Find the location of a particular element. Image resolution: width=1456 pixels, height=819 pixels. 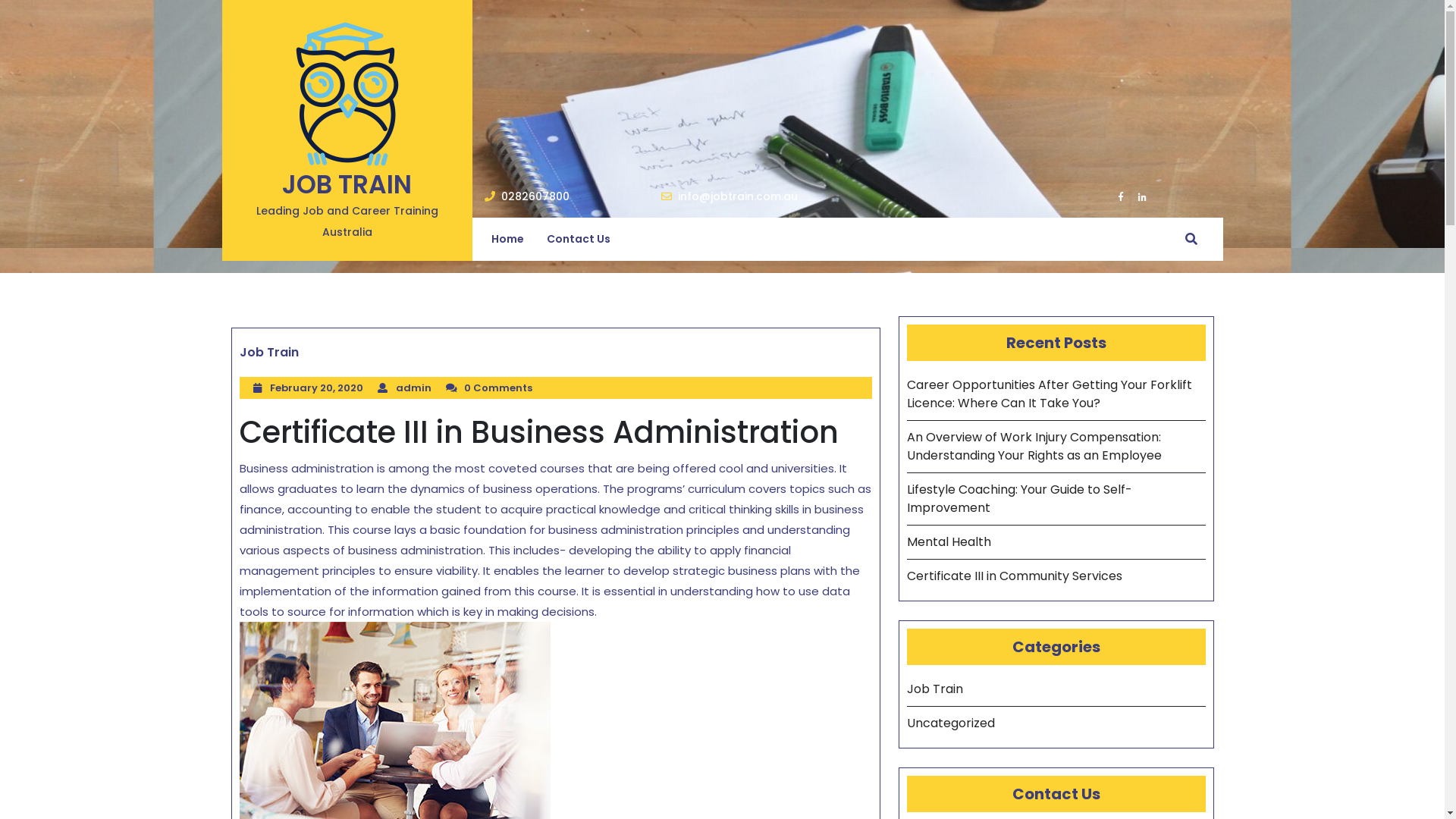

'0282607800 is located at coordinates (526, 196).